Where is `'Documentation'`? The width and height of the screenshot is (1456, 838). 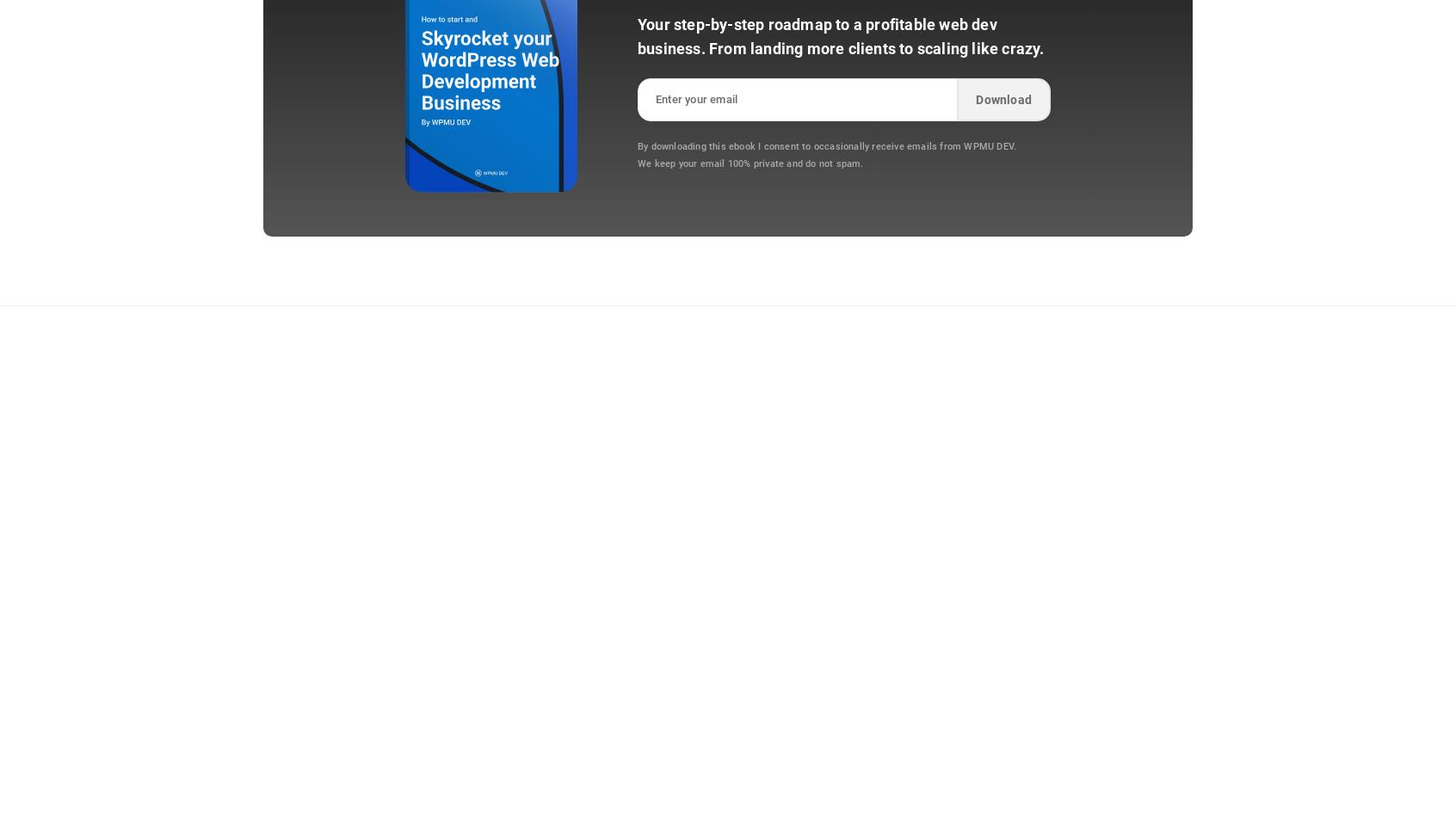 'Documentation' is located at coordinates (942, 490).